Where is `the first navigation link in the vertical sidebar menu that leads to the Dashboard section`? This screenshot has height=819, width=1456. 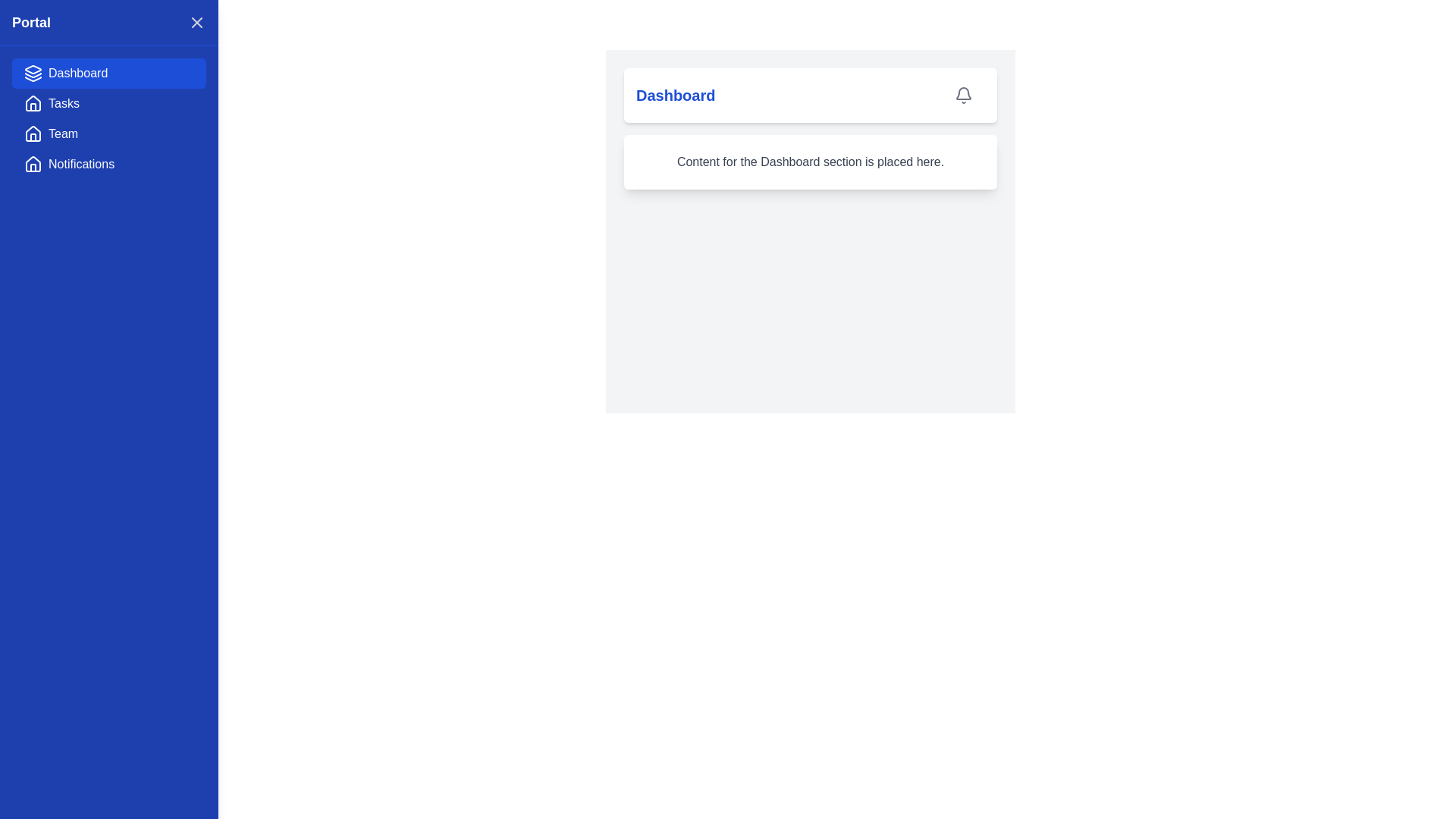
the first navigation link in the vertical sidebar menu that leads to the Dashboard section is located at coordinates (108, 73).